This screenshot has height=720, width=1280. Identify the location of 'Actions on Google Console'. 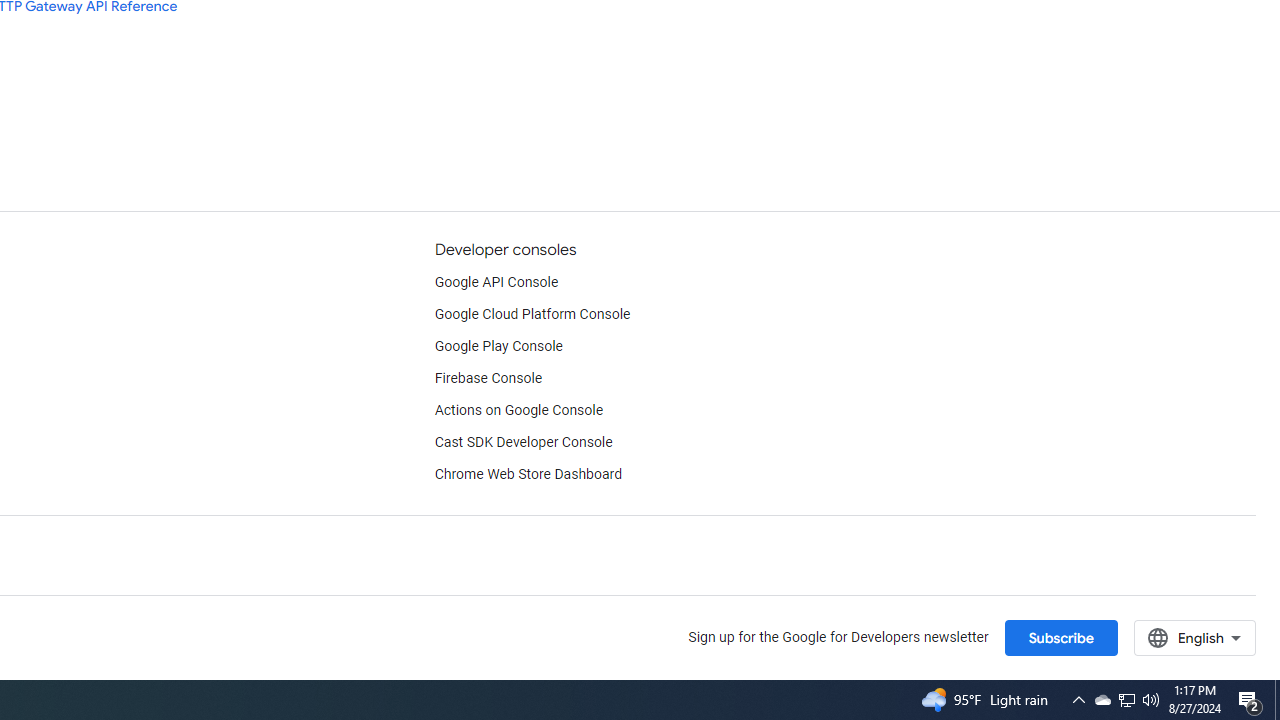
(519, 410).